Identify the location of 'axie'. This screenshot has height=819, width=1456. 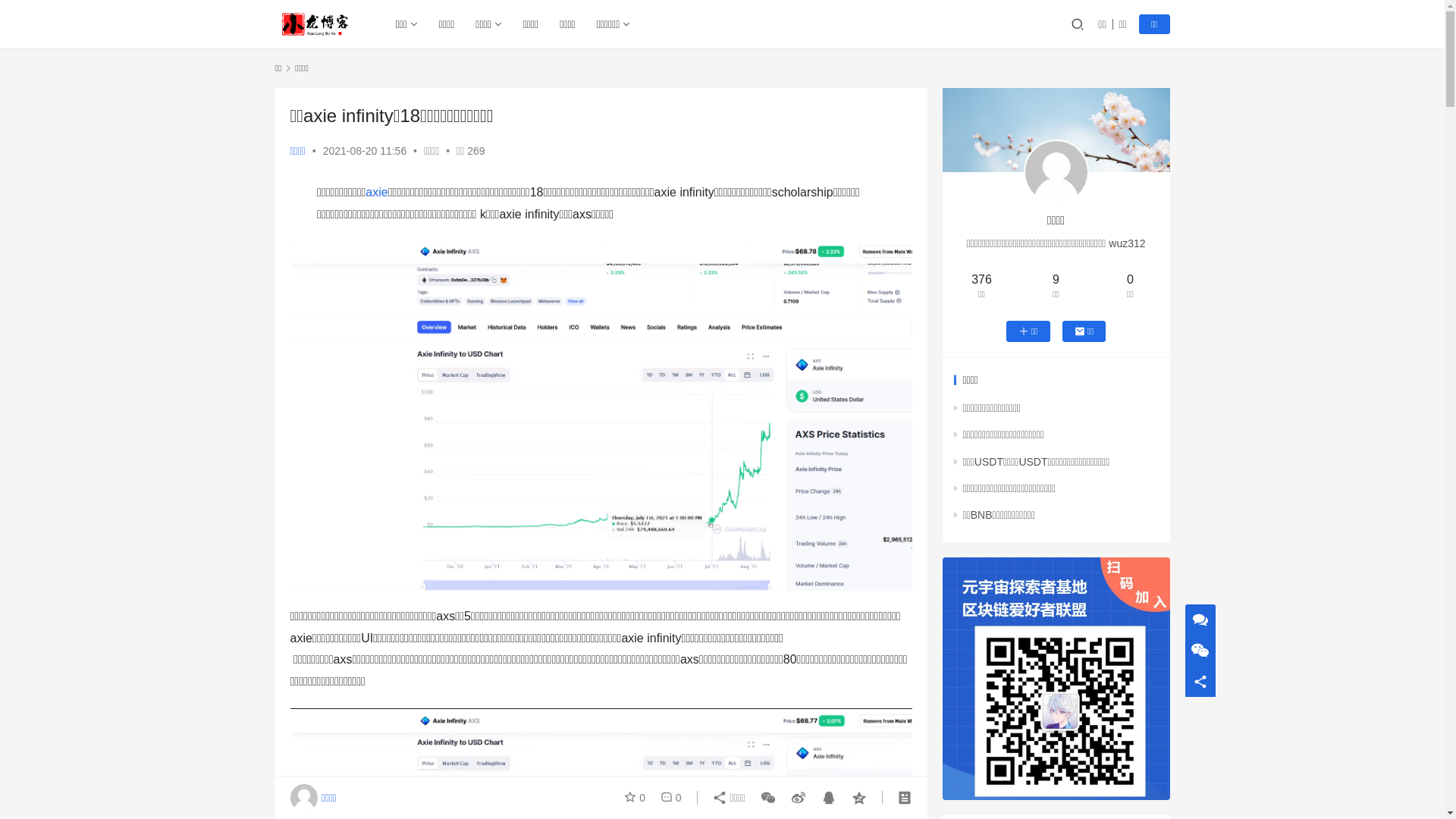
(365, 191).